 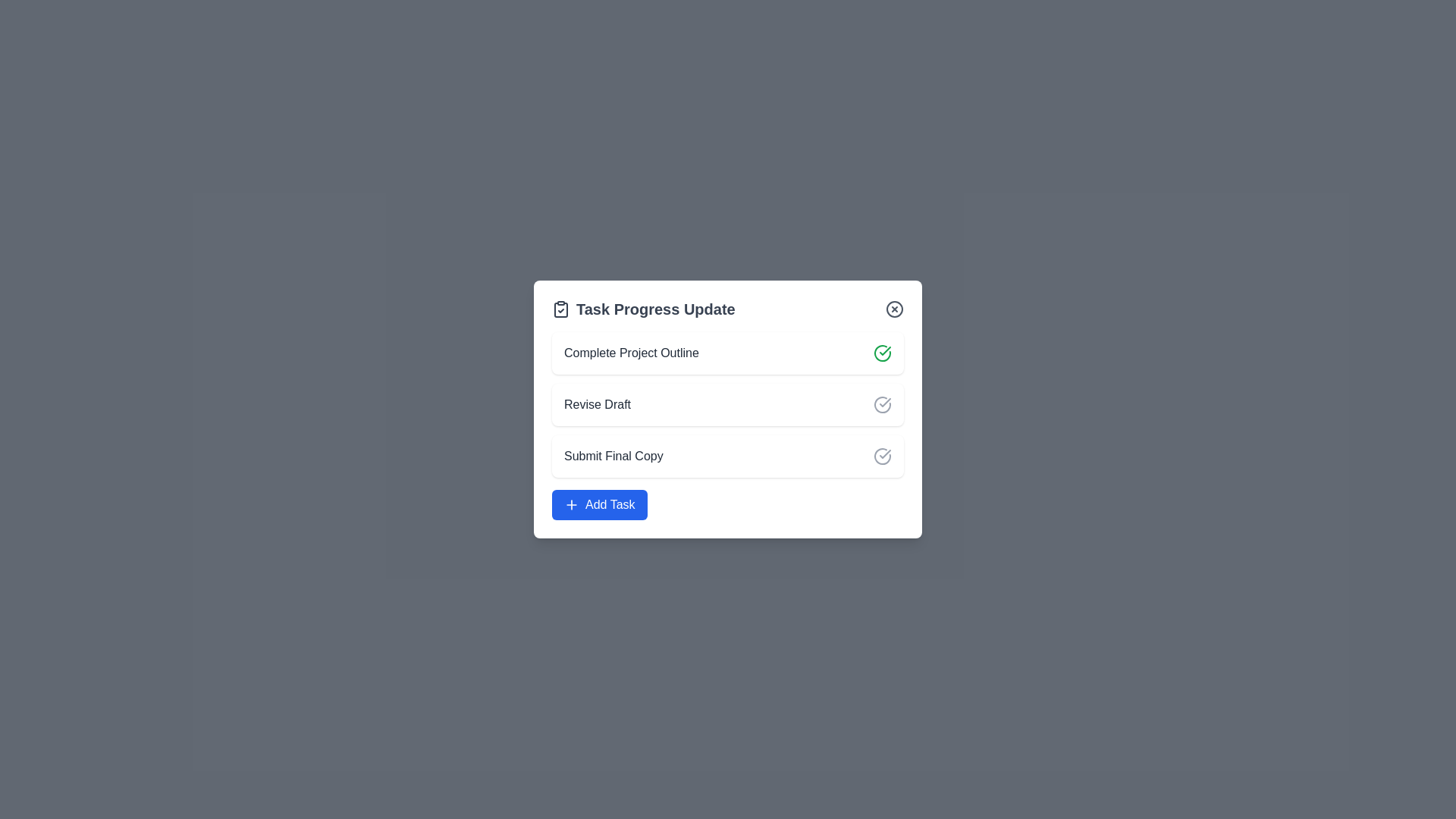 What do you see at coordinates (895, 309) in the screenshot?
I see `the SVG circle graphical component located in the top-right corner of the task progress update modal` at bounding box center [895, 309].